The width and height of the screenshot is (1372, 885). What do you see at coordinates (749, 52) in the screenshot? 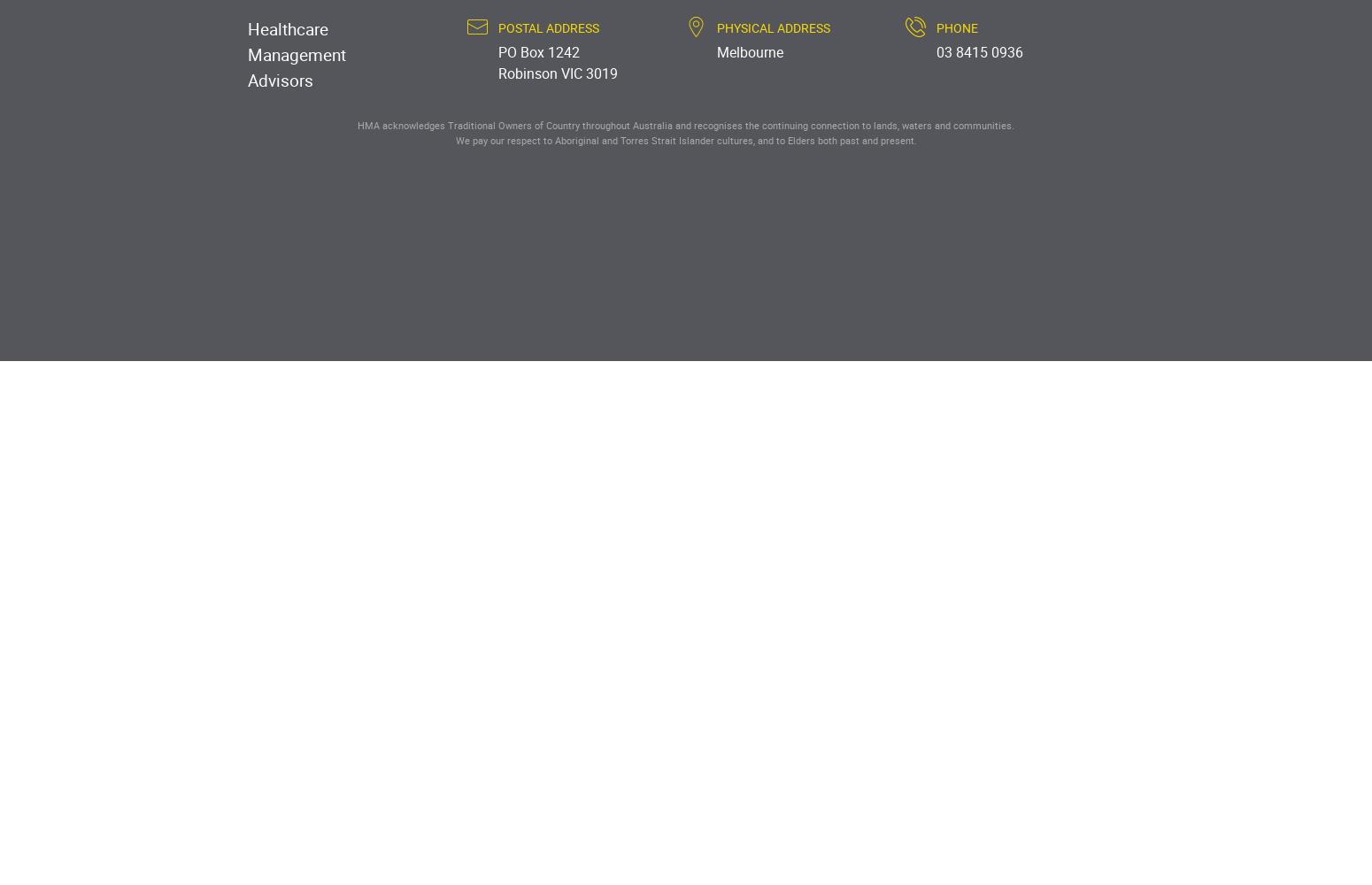
I see `'Melbourne'` at bounding box center [749, 52].